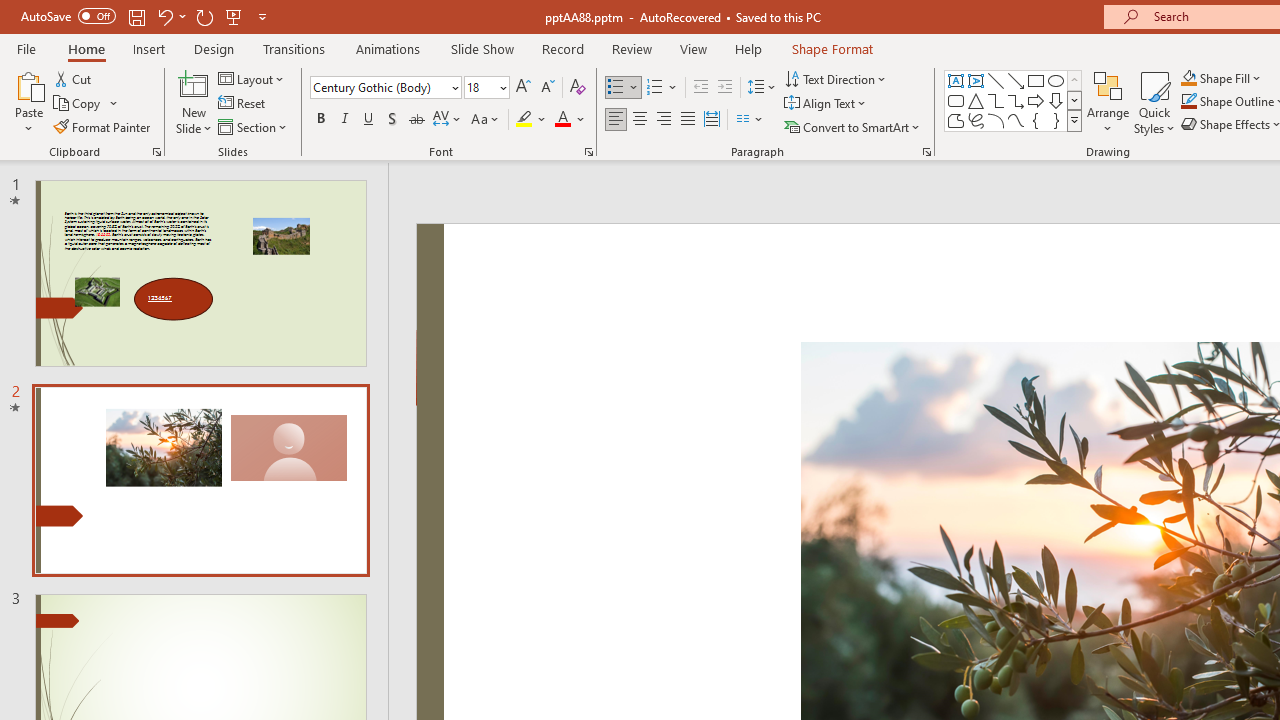  I want to click on 'Font Color Red', so click(561, 119).